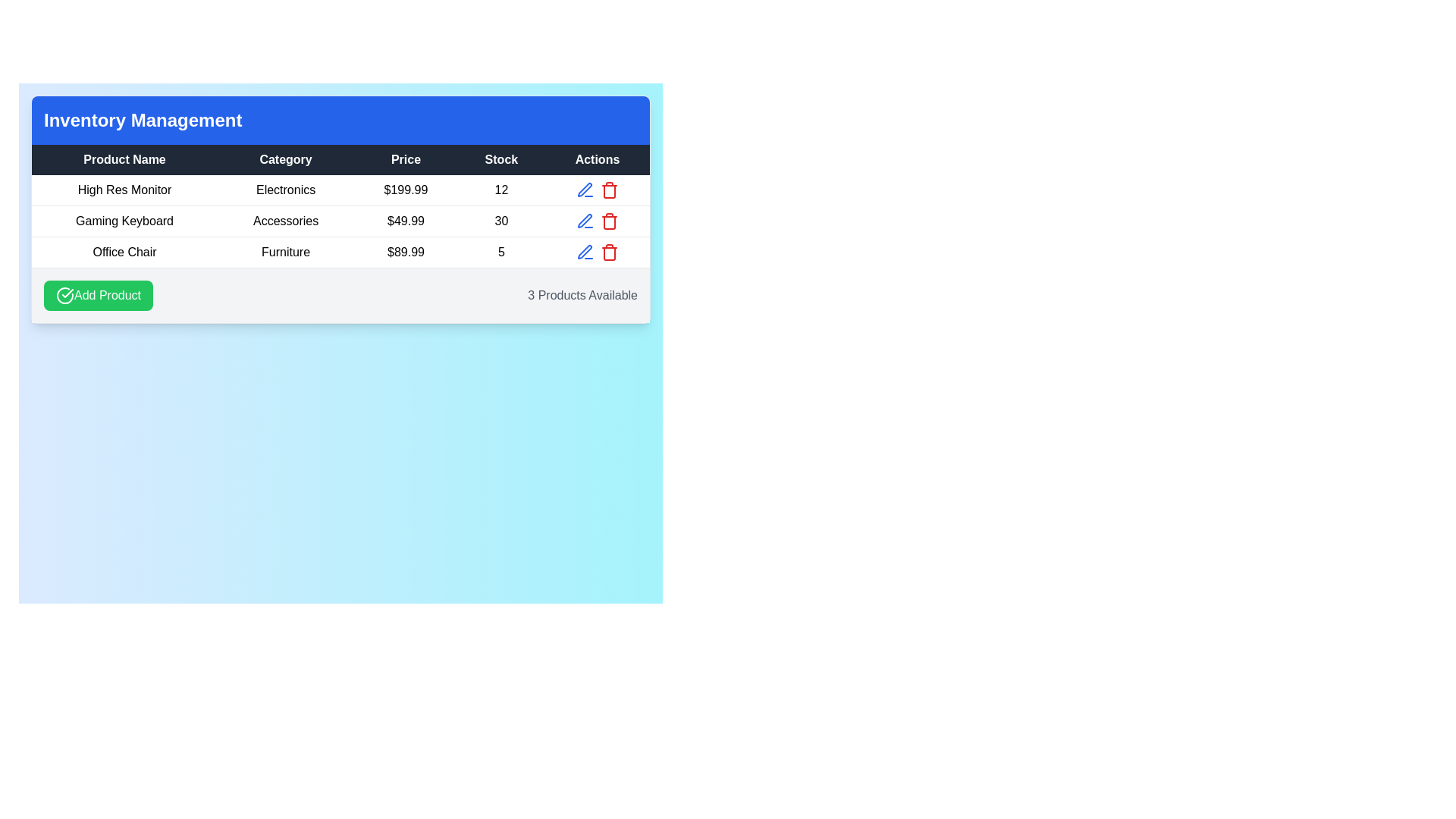 The width and height of the screenshot is (1456, 819). Describe the element at coordinates (501, 160) in the screenshot. I see `the 'Stock' header text label, which is the fourth label in a series of headers located between 'Price' and 'Actions'` at that location.